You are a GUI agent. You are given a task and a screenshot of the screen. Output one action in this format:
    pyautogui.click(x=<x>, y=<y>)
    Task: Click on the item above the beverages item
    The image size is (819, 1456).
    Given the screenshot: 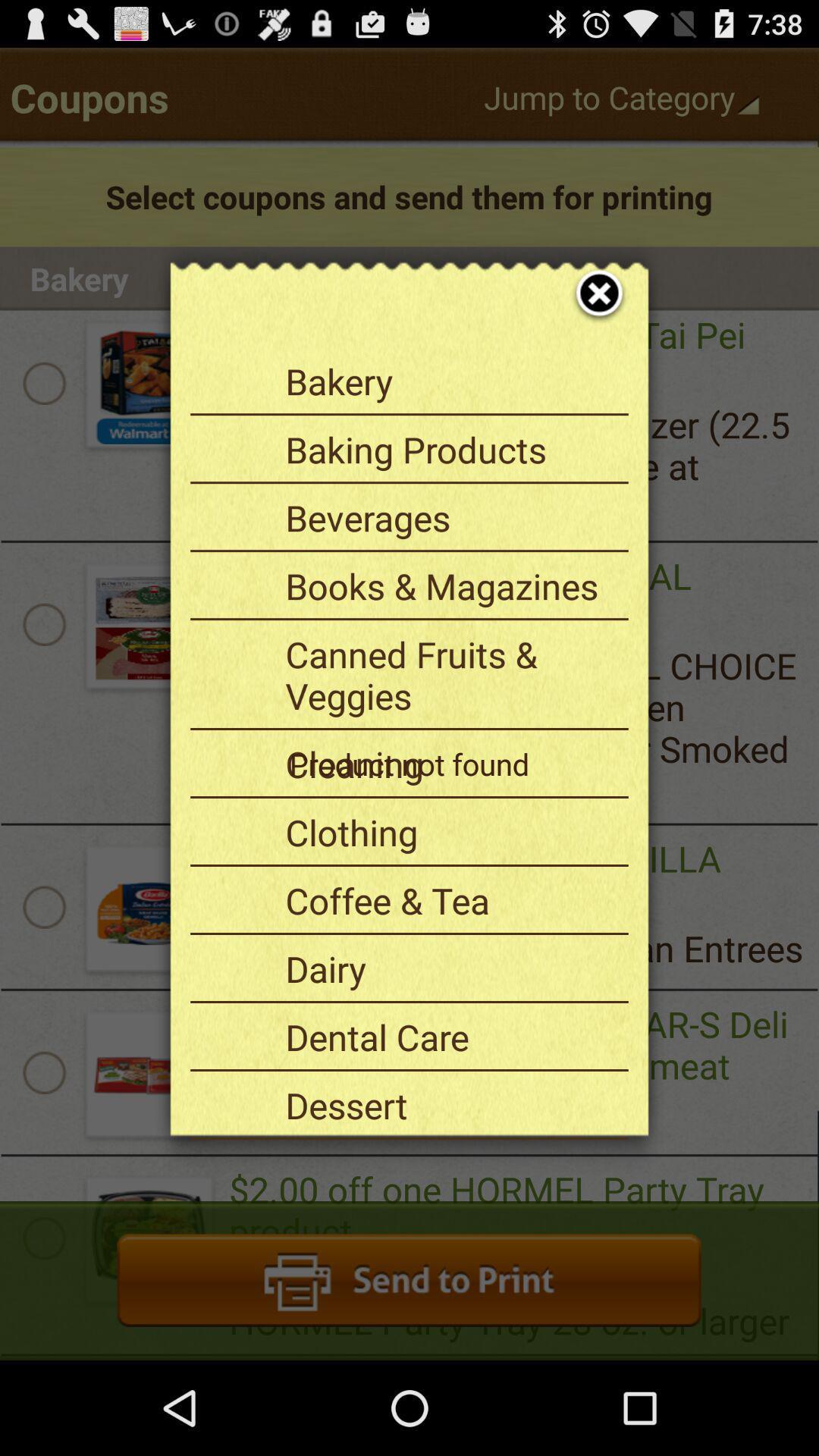 What is the action you would take?
    pyautogui.click(x=450, y=448)
    